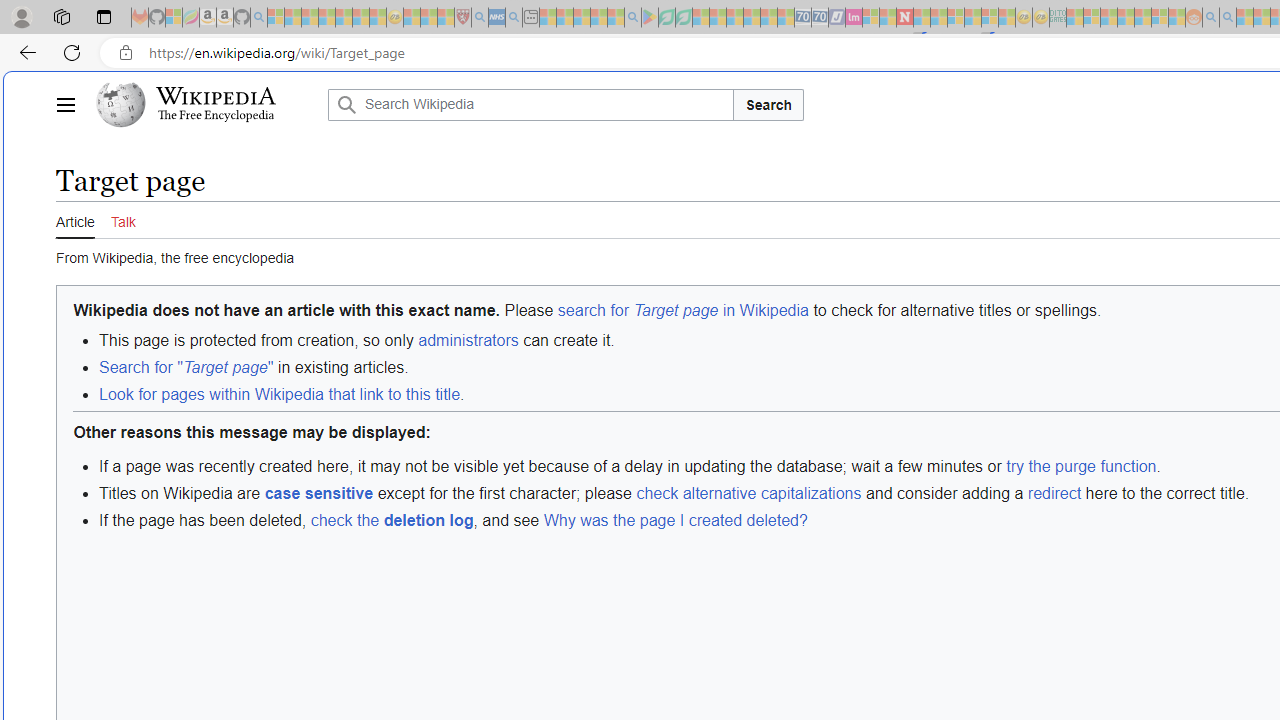 Image resolution: width=1280 pixels, height=720 pixels. What do you see at coordinates (186, 368) in the screenshot?
I see `'Search for "Target page"'` at bounding box center [186, 368].